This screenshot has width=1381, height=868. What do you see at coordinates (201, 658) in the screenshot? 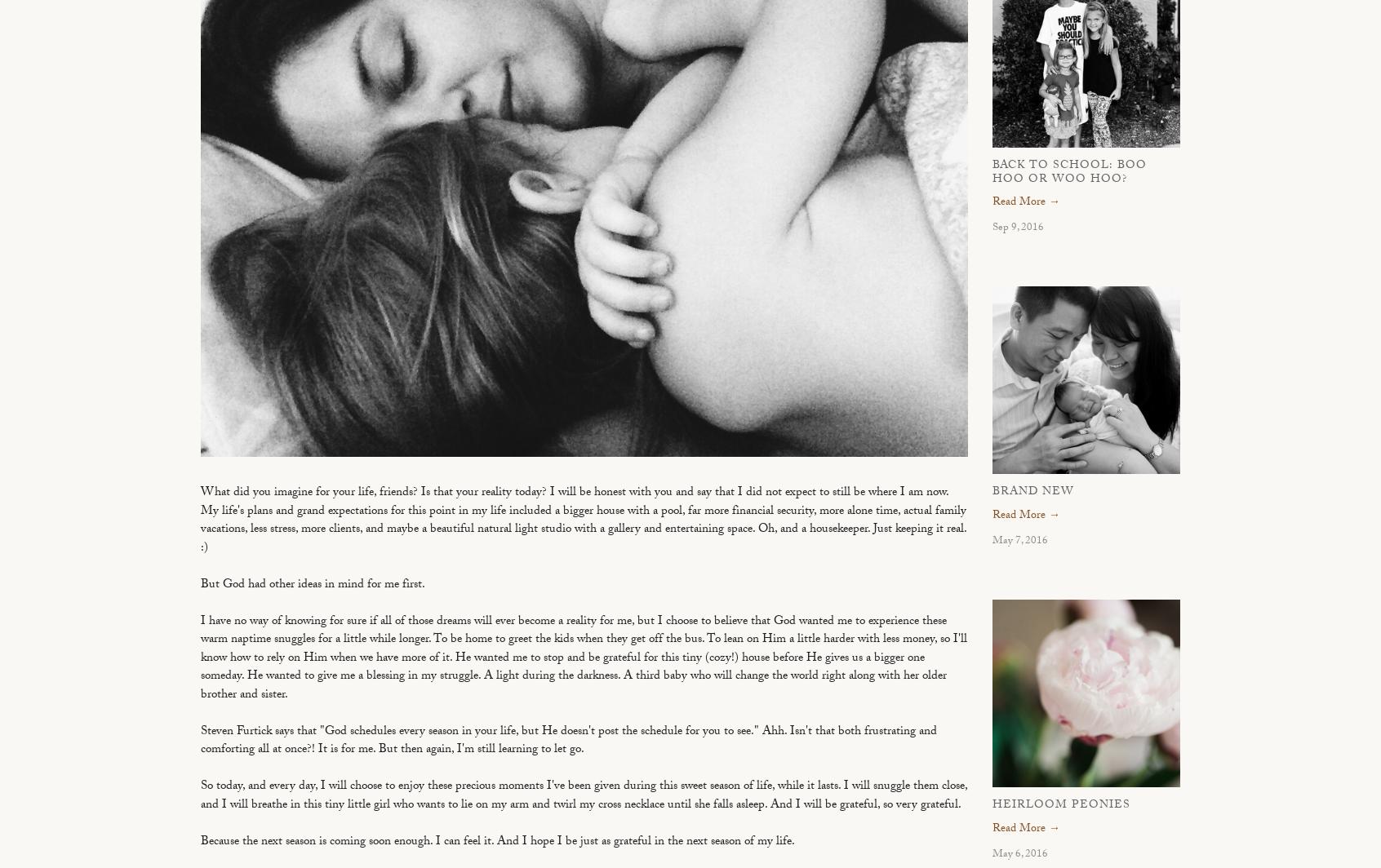
I see `'I have no way of knowing for sure if all of those dreams will ever become a reality for me, but I choose to believe that God wanted me to experience these warm naptime snuggles for a little while longer. To be home to greet the kids when they get off the bus. To lean on Him a little harder with less money, so I'll know how to rely on Him when we have more of it. He wanted me to stop and be grateful for this tiny (cozy!) house before He gives us a bigger one someday. He wanted to give me a blessing in my struggle. A light during the darkness. A third baby who will change the world right along with her older brother and sister.'` at bounding box center [201, 658].